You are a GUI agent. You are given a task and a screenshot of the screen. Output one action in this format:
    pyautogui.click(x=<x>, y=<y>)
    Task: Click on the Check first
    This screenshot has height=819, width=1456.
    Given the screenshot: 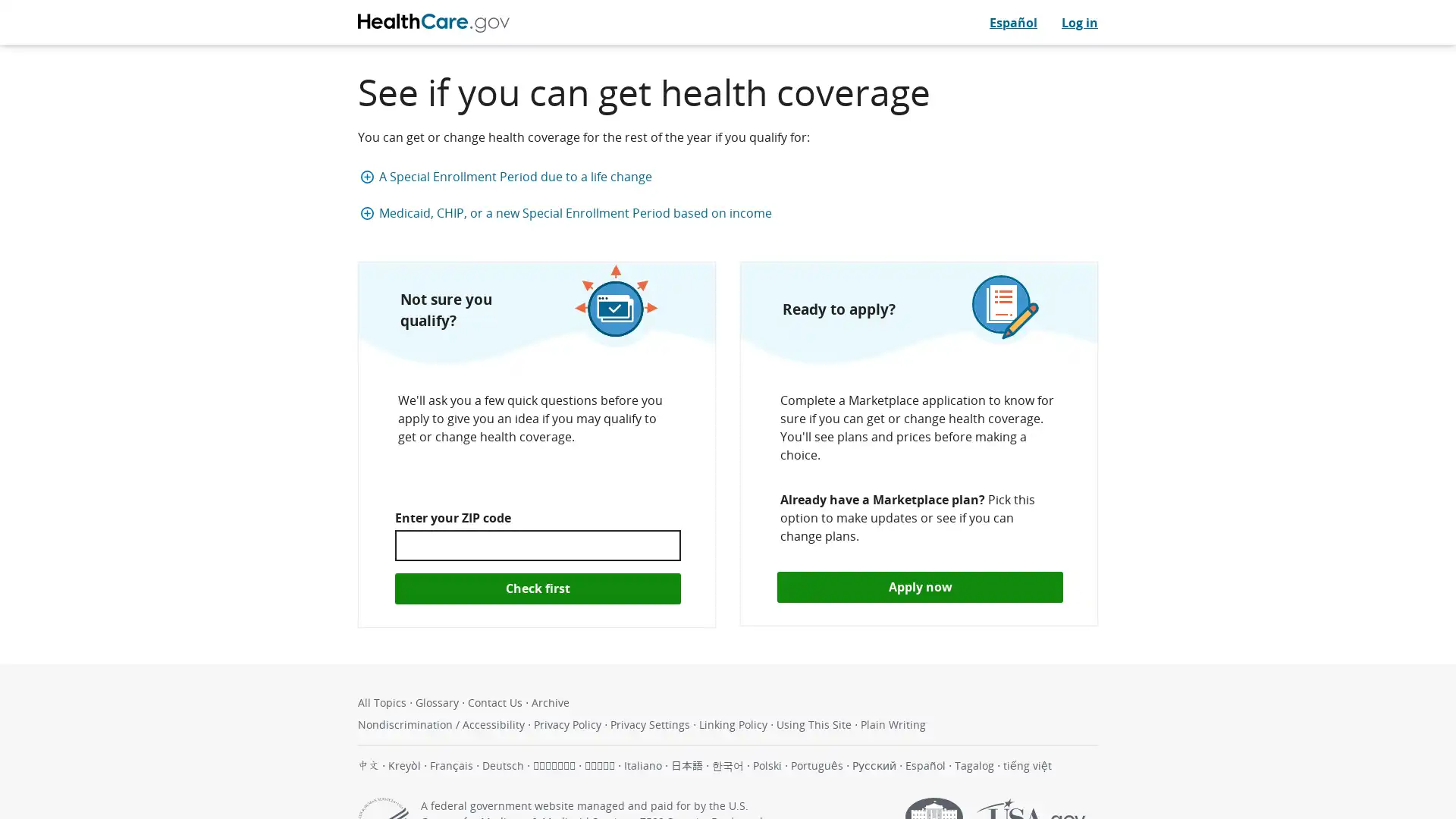 What is the action you would take?
    pyautogui.click(x=538, y=587)
    